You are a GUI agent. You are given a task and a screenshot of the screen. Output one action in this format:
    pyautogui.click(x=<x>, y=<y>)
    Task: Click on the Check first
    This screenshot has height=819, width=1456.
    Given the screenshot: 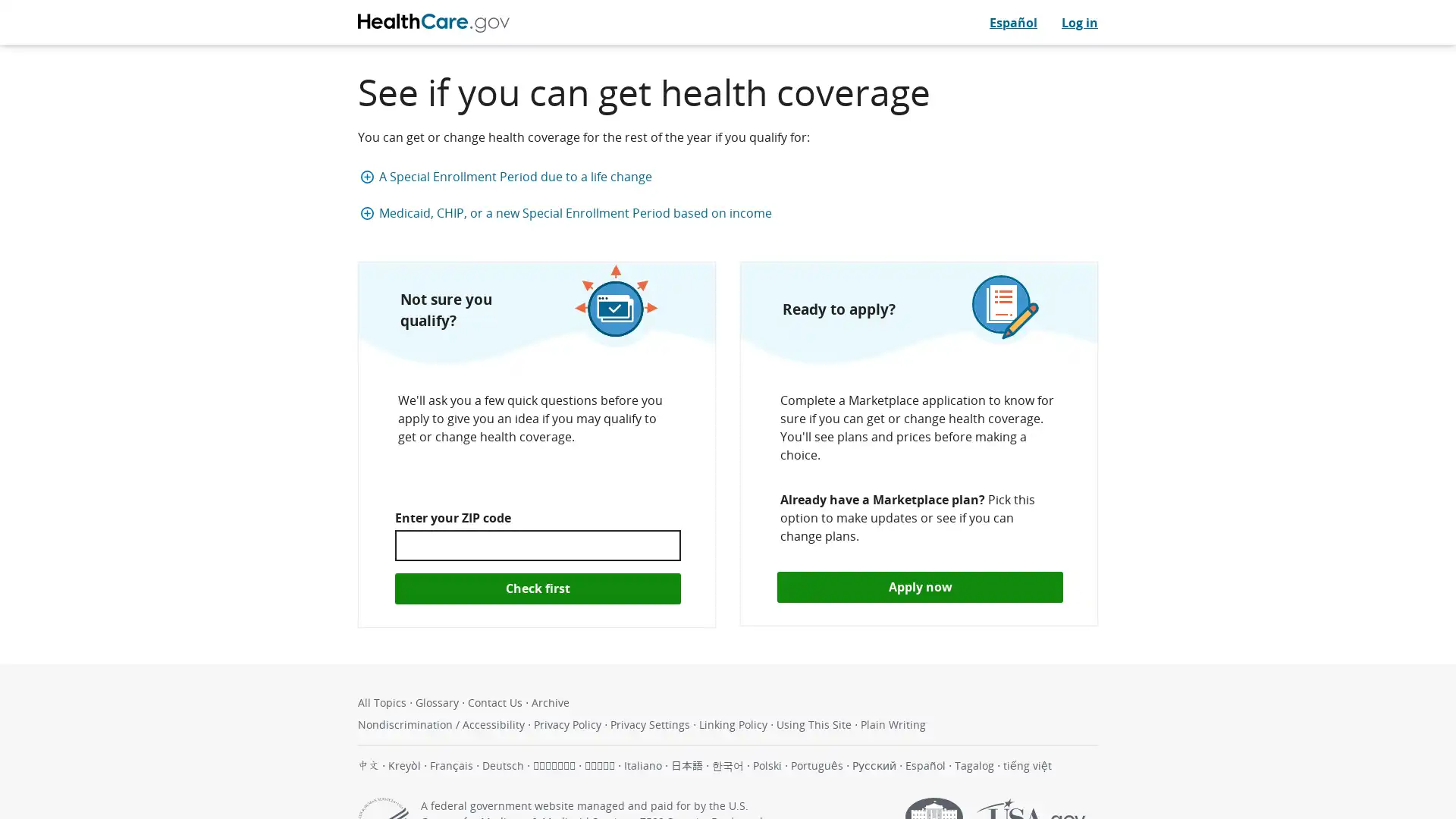 What is the action you would take?
    pyautogui.click(x=538, y=587)
    